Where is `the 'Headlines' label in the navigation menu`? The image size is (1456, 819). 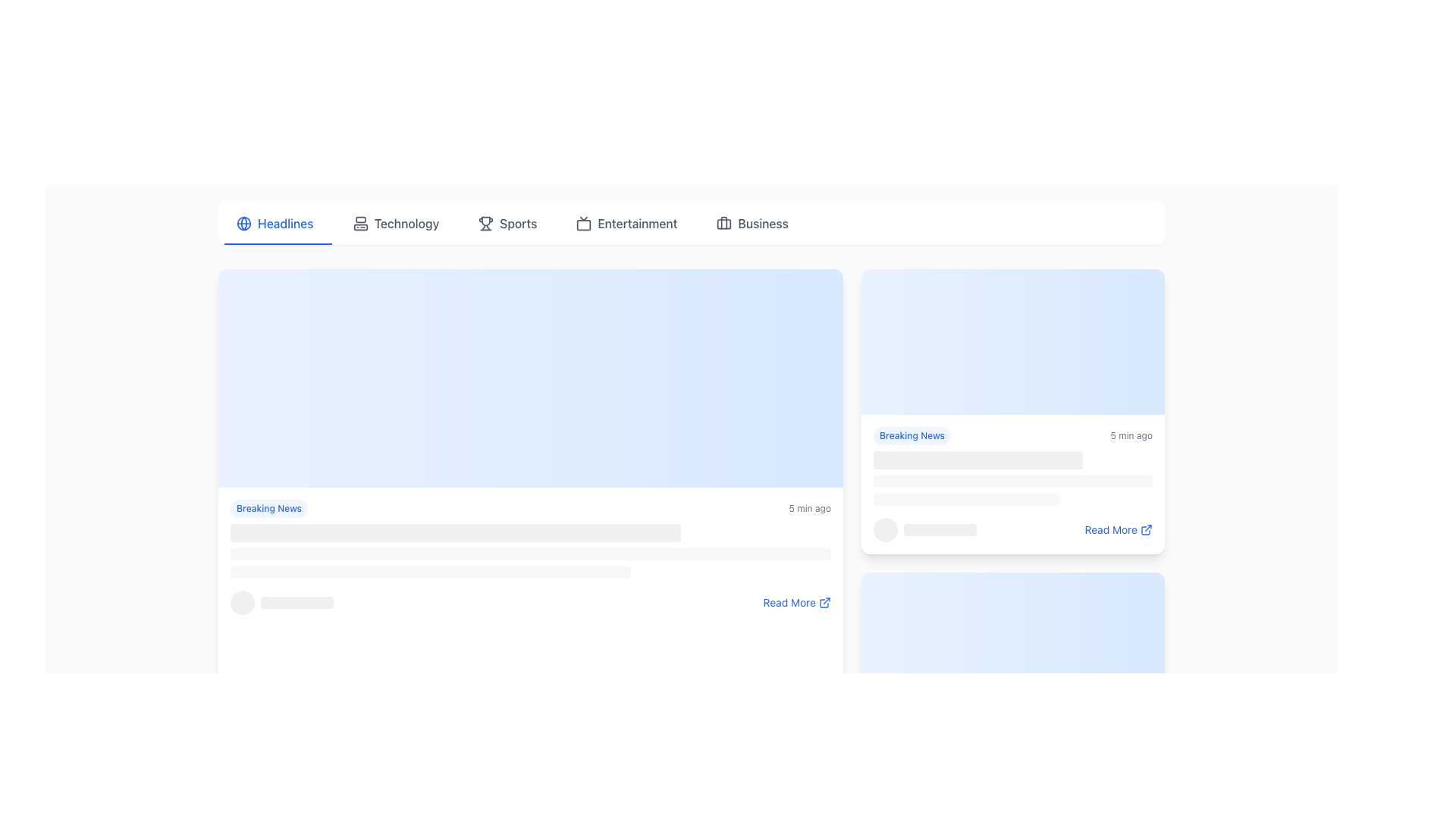 the 'Headlines' label in the navigation menu is located at coordinates (285, 223).